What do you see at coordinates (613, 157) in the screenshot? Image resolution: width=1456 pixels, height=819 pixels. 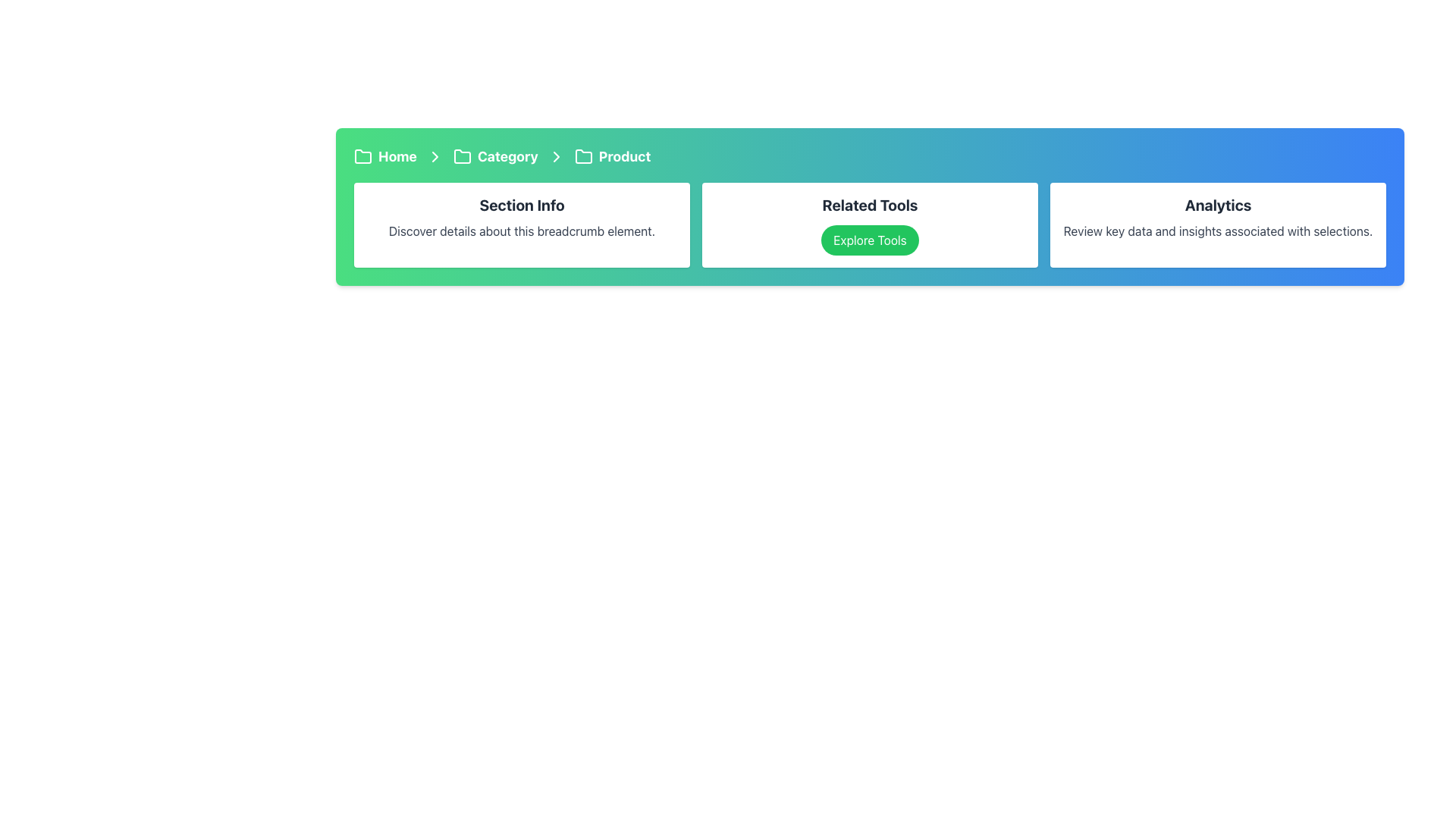 I see `the 'Product' link in the breadcrumb navigation at the top of the interface` at bounding box center [613, 157].